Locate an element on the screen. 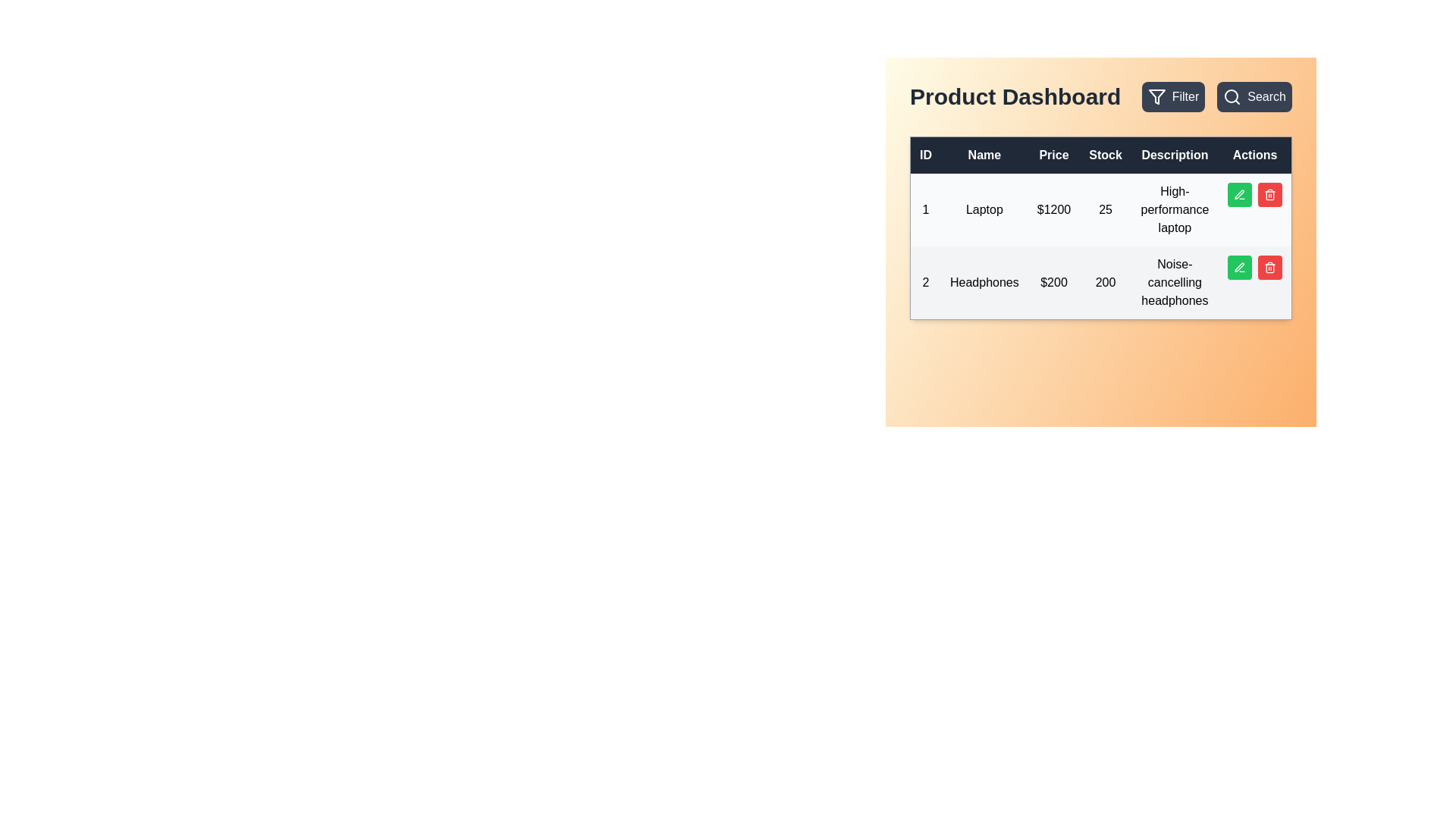  the Text Display element located at the leftmost side of the second row in the data table, which serves as a row identifier in the 'ID' column is located at coordinates (924, 283).